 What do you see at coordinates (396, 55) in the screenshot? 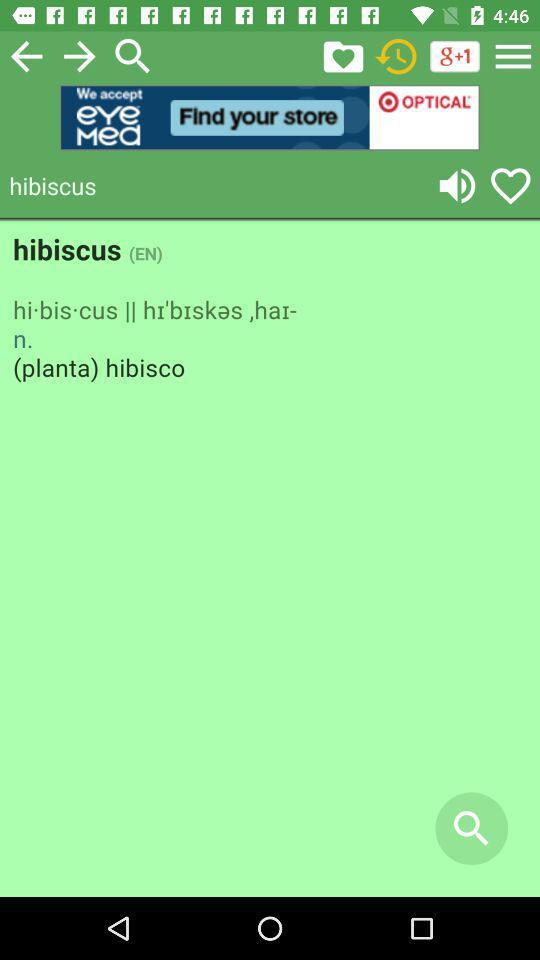
I see `refresh` at bounding box center [396, 55].